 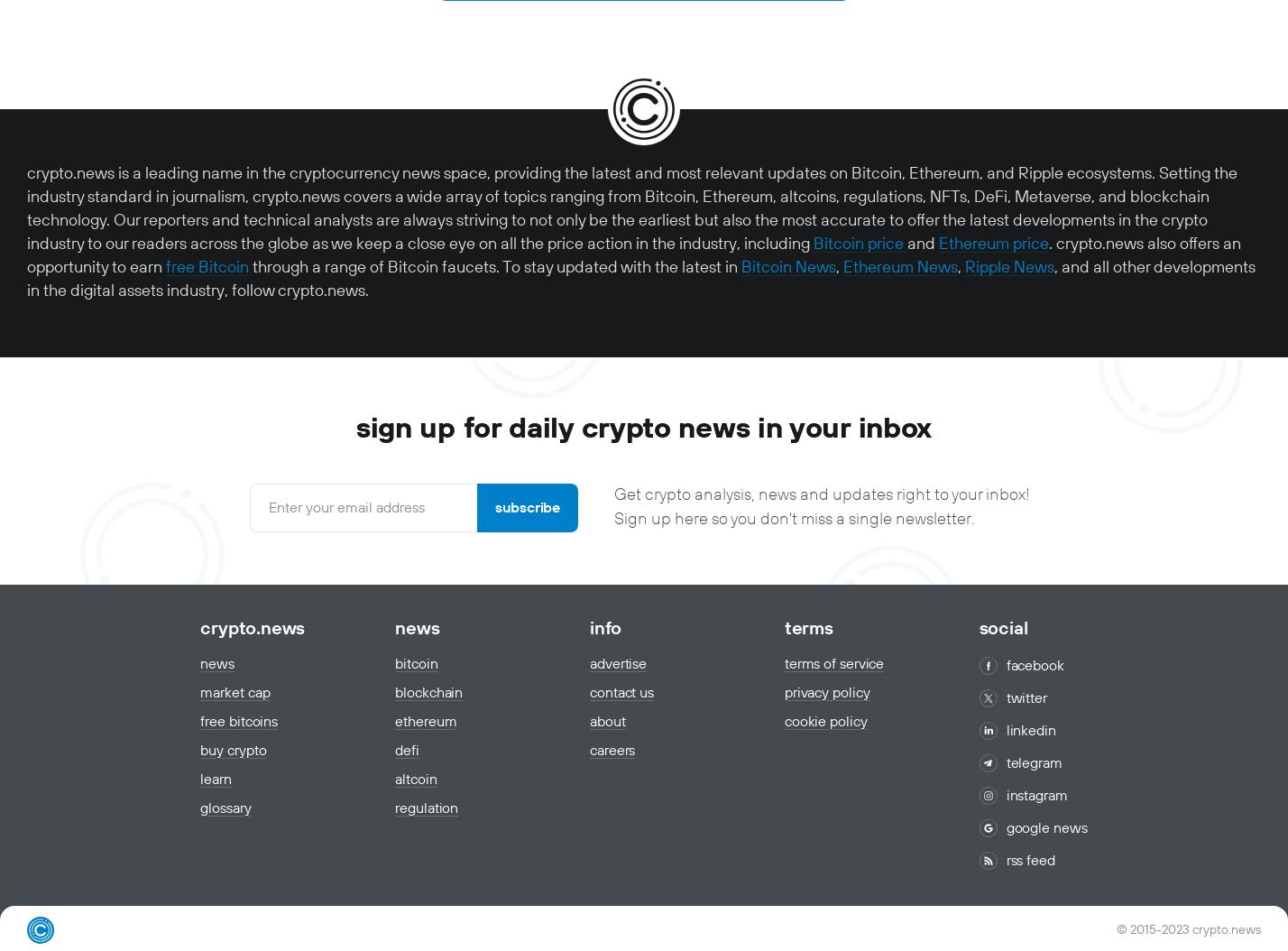 I want to click on 'Market Cap', so click(x=235, y=691).